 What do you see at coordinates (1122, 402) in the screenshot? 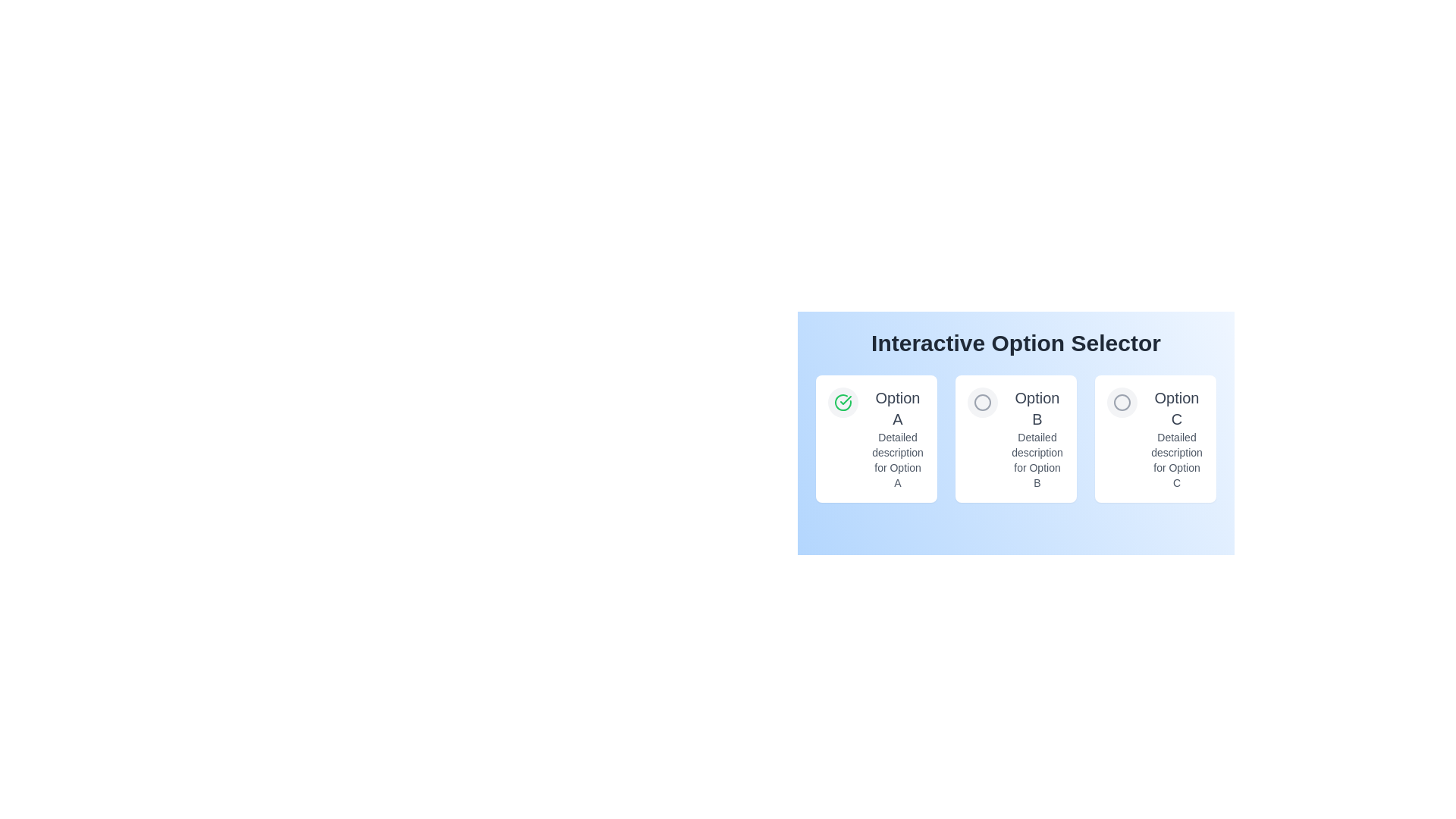
I see `the circular radio button within the 'Option C' card of the 'Interactive Option Selector' interface for visual feedback` at bounding box center [1122, 402].